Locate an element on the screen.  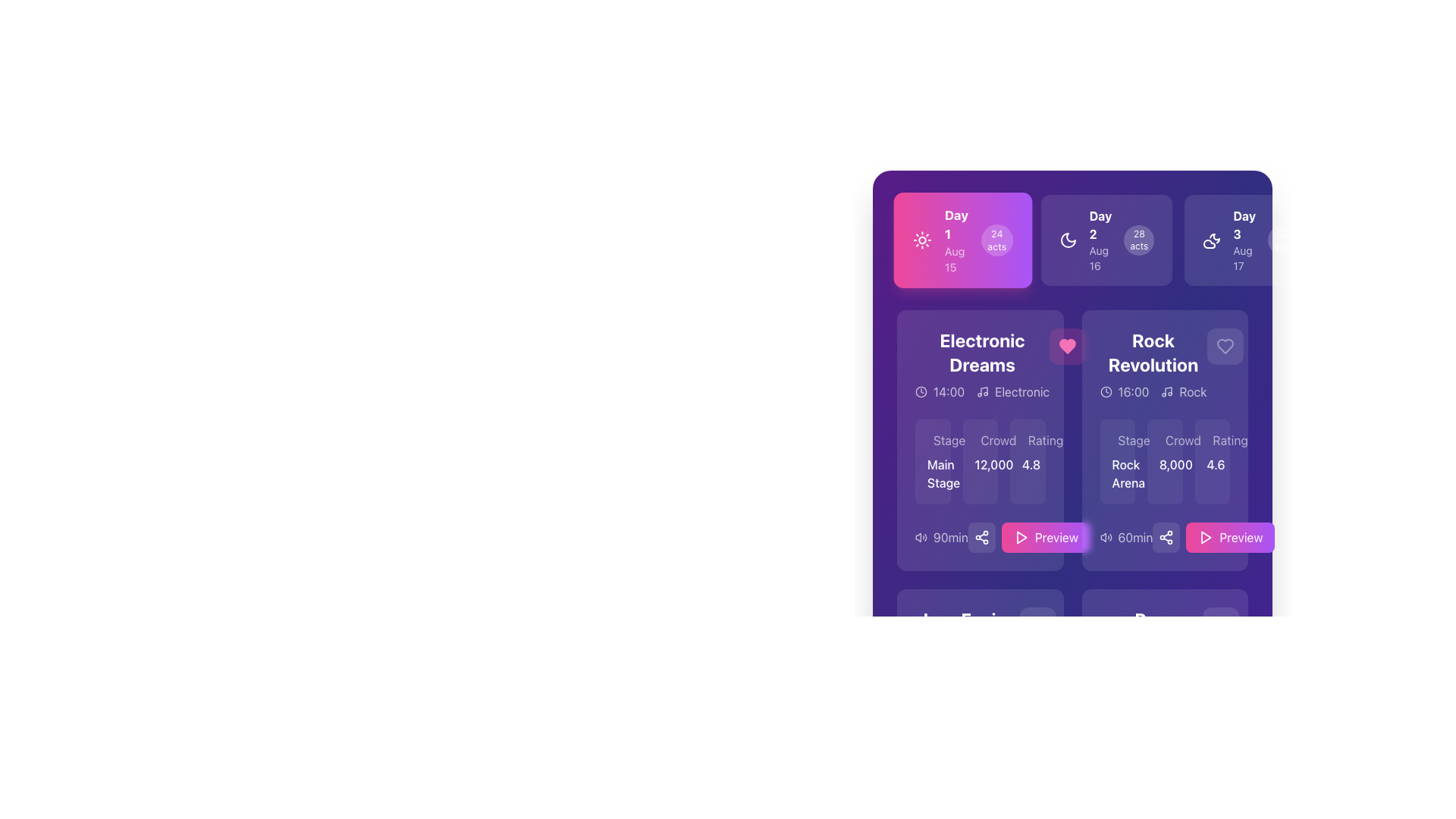
the text-based element displaying '90min' with an audio indicator icon, which is part of the 'Electronic Dreams' card located at the bottom-left corner of the card is located at coordinates (941, 537).